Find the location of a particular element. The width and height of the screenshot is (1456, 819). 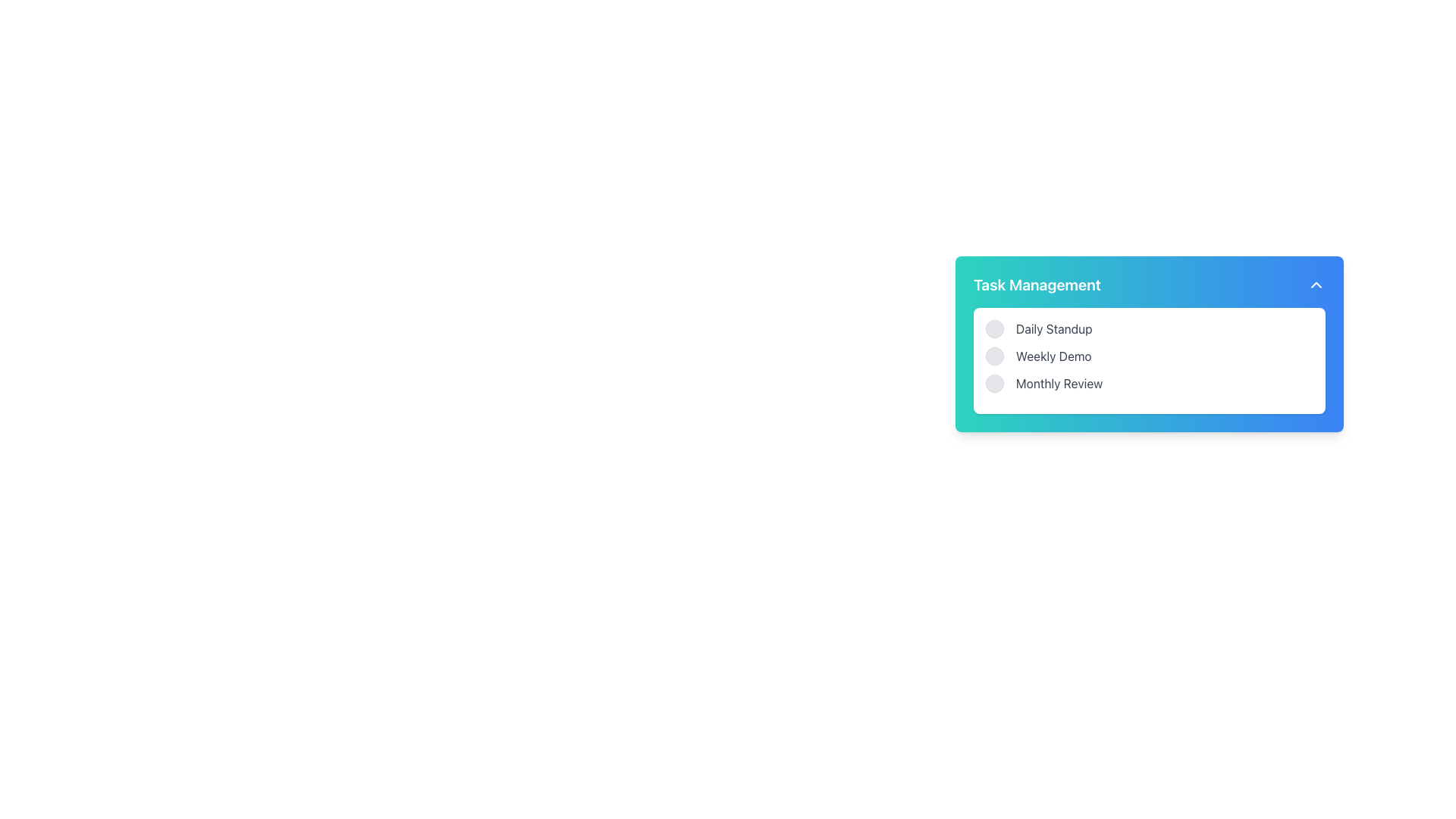

the 'Daily Standup' radio button is located at coordinates (1150, 328).